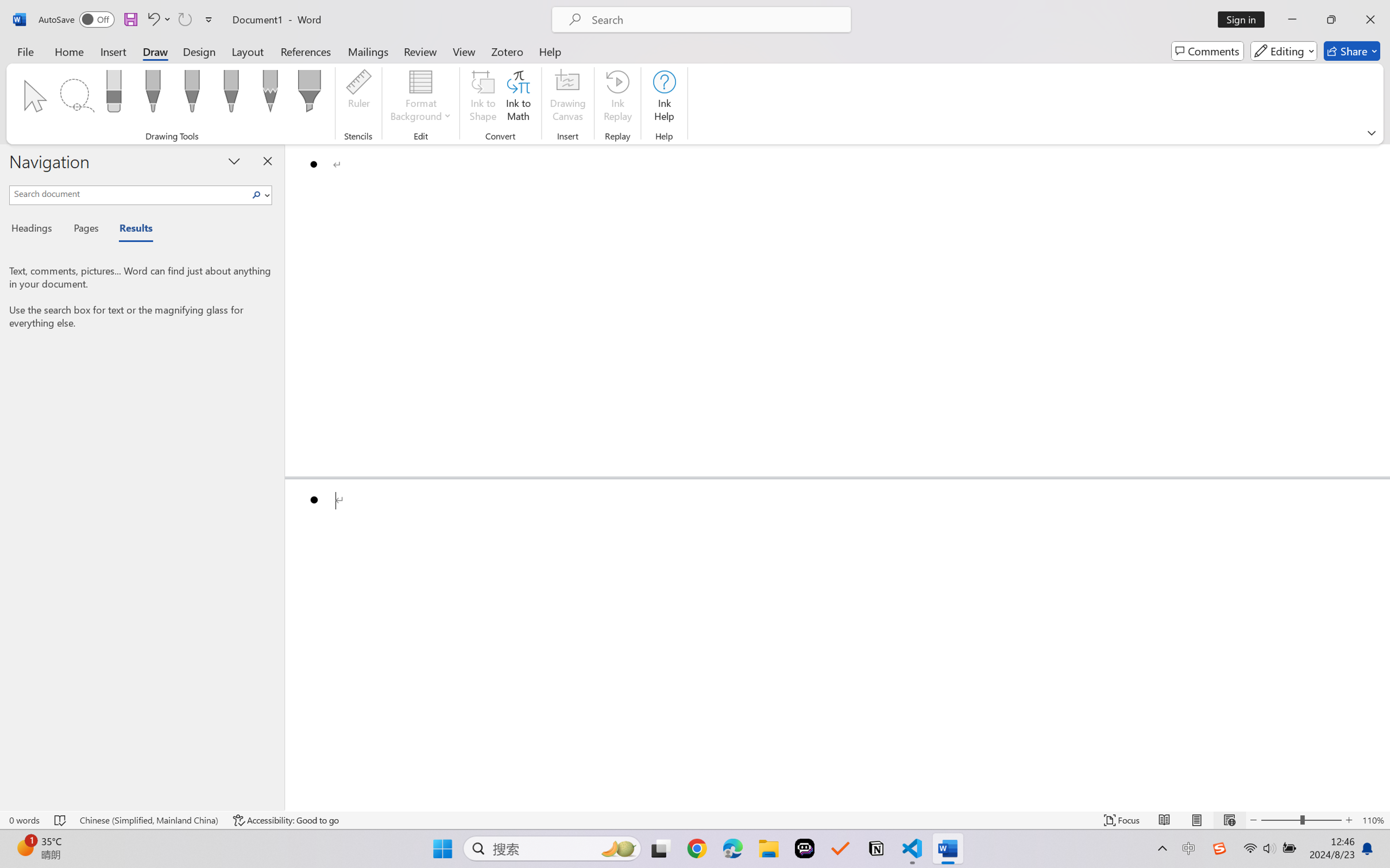  What do you see at coordinates (129, 192) in the screenshot?
I see `'Search document'` at bounding box center [129, 192].